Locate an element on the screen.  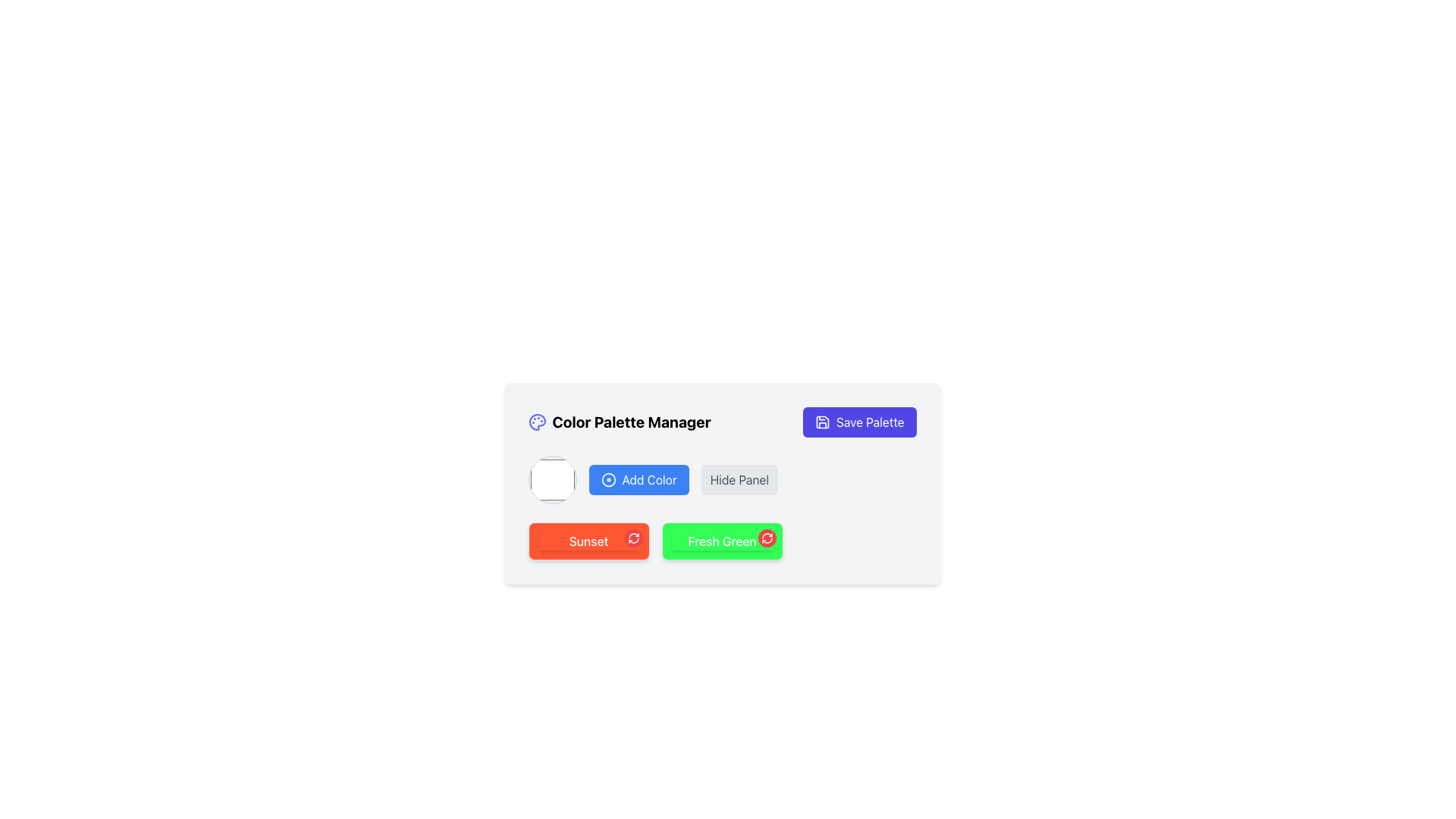
the text label reading 'Sunset', which is centered within an orange button in the lower left quadrant of the application is located at coordinates (588, 540).